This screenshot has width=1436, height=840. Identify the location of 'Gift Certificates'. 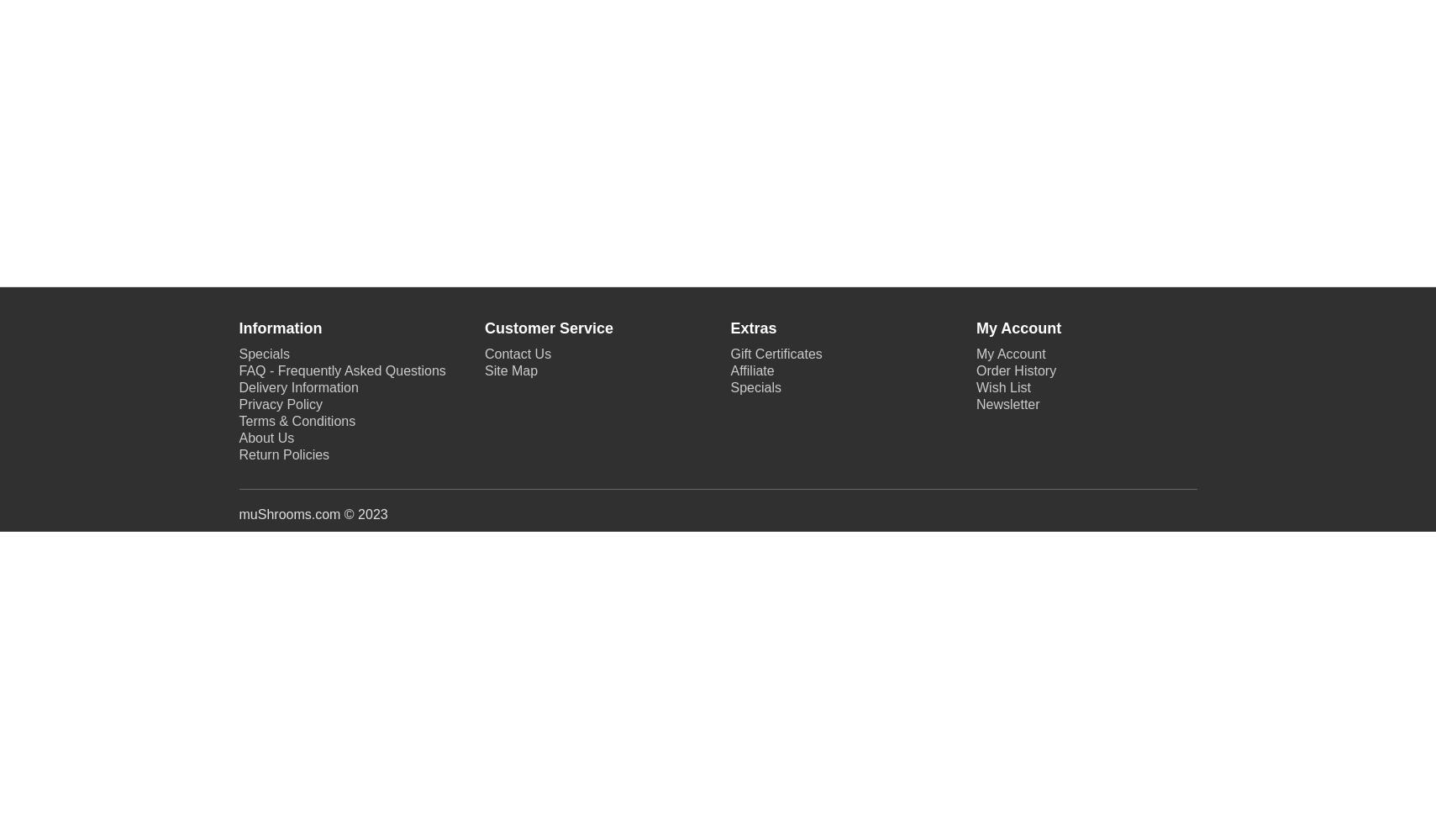
(776, 354).